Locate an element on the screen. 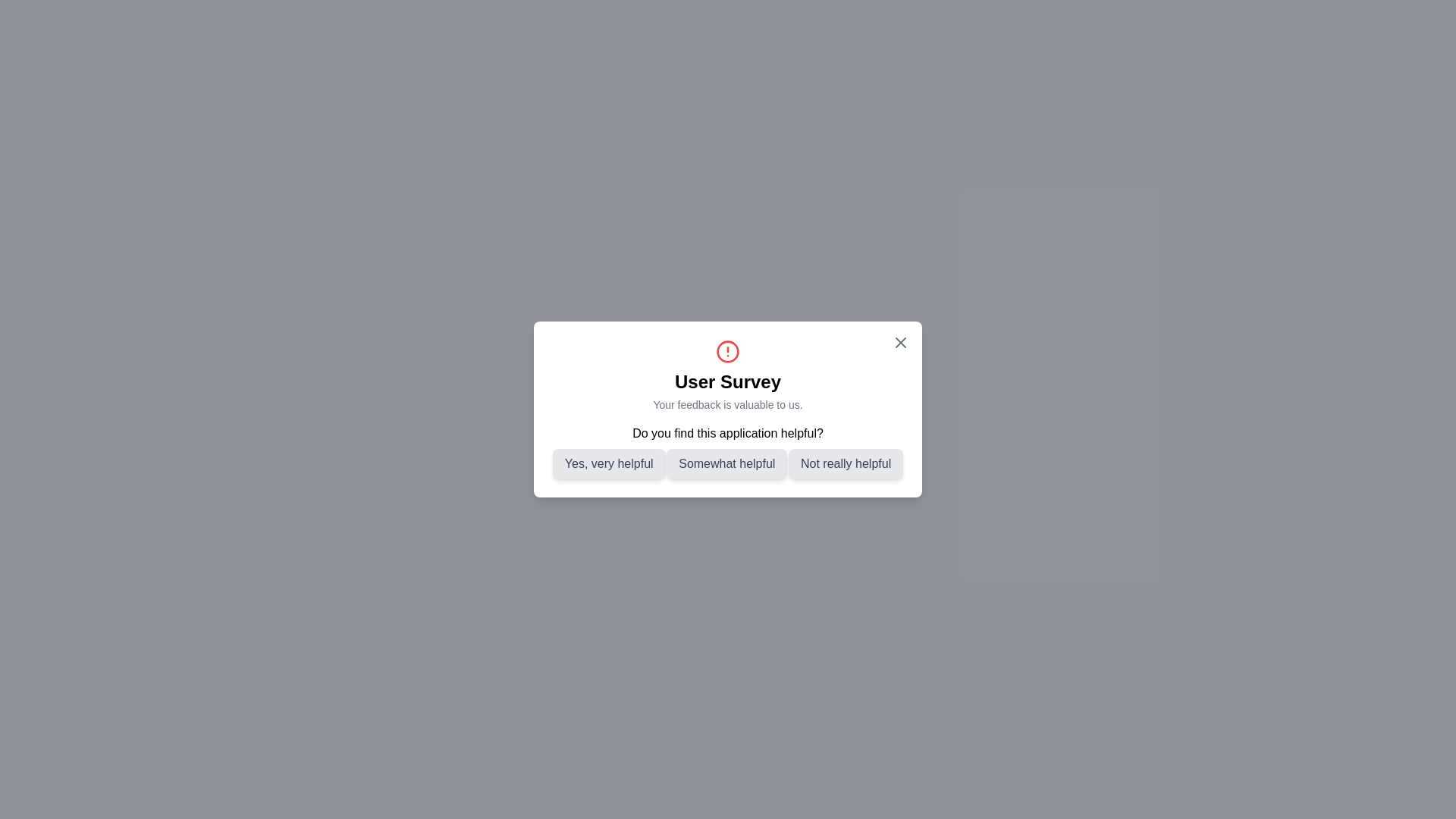 This screenshot has height=819, width=1456. the textual label that asks 'Do you find this application helpful?' which is located in the modal dialog box, positioned below the subtitle and above the response options is located at coordinates (728, 433).